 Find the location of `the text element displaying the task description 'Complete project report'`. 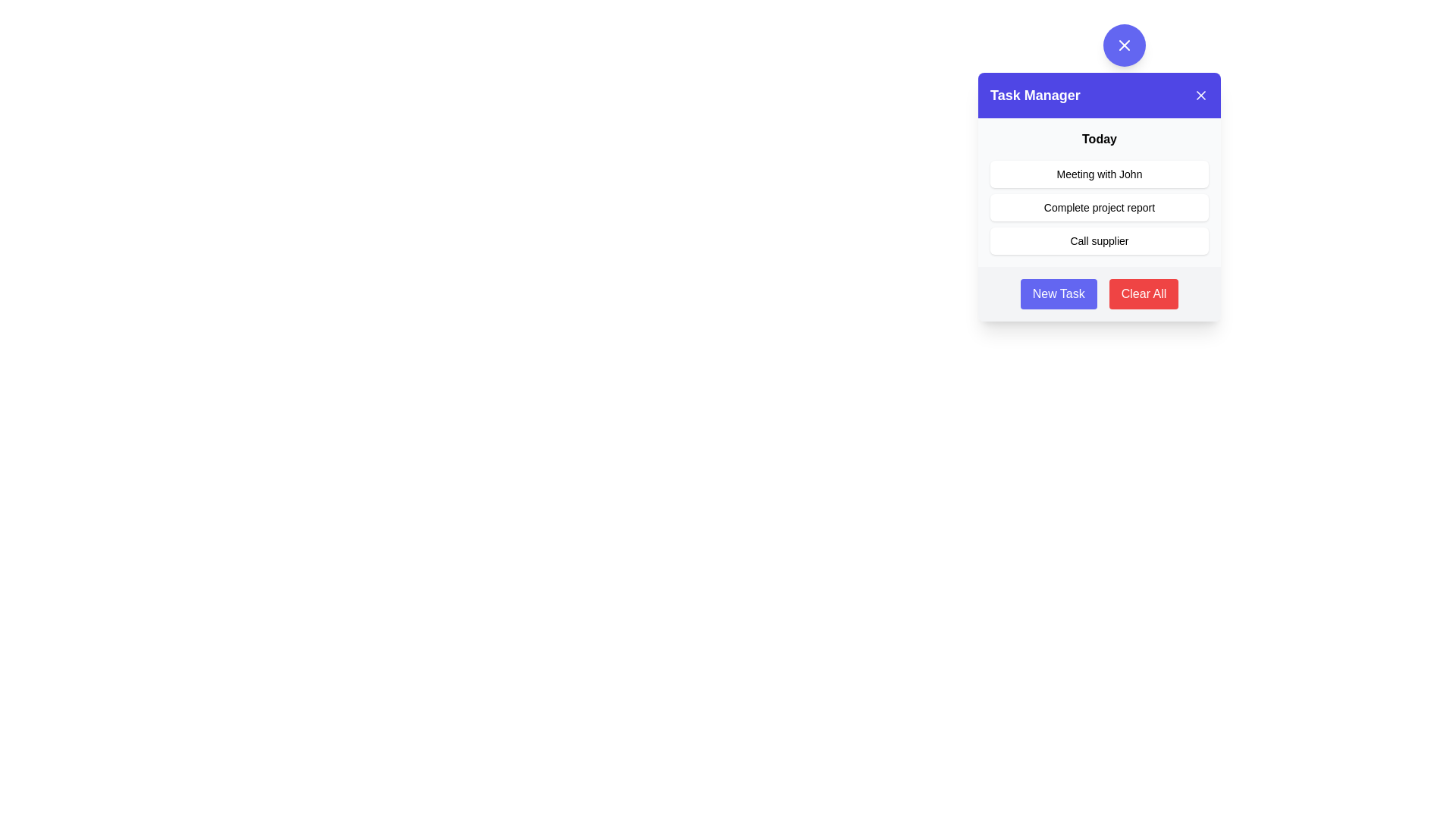

the text element displaying the task description 'Complete project report' is located at coordinates (1099, 207).